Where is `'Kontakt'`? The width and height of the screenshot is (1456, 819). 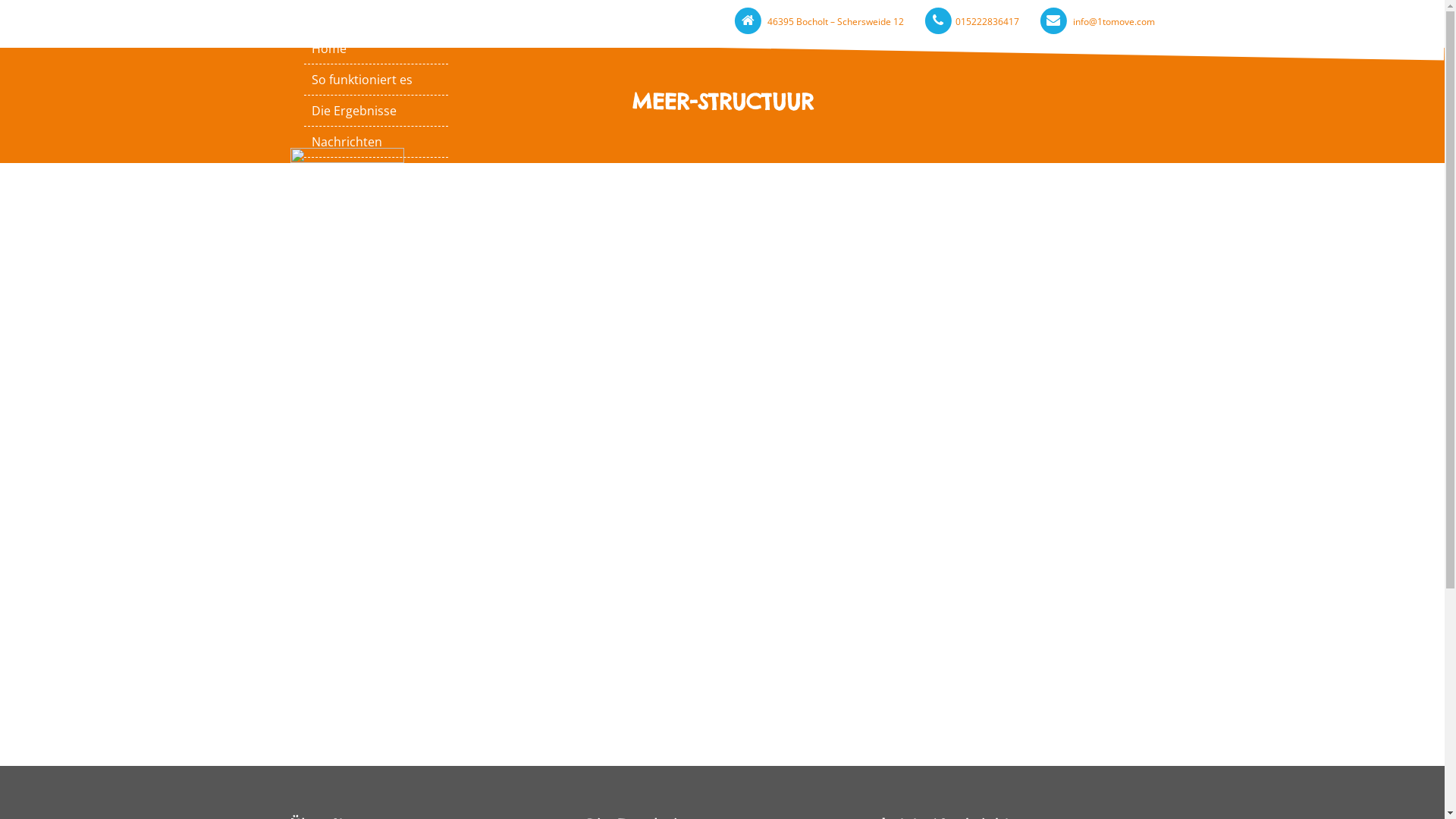
'Kontakt' is located at coordinates (375, 171).